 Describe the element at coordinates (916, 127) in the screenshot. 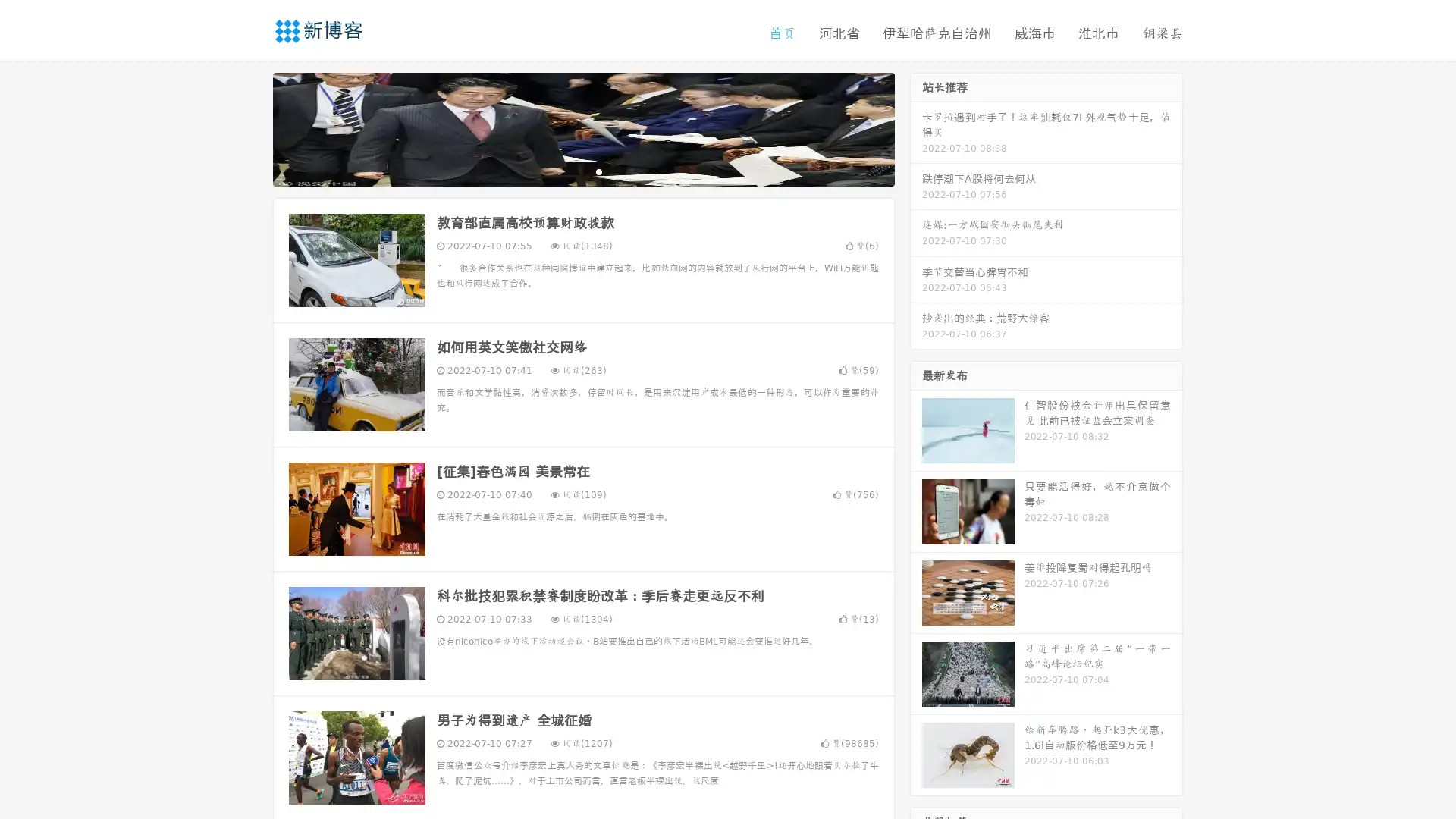

I see `Next slide` at that location.